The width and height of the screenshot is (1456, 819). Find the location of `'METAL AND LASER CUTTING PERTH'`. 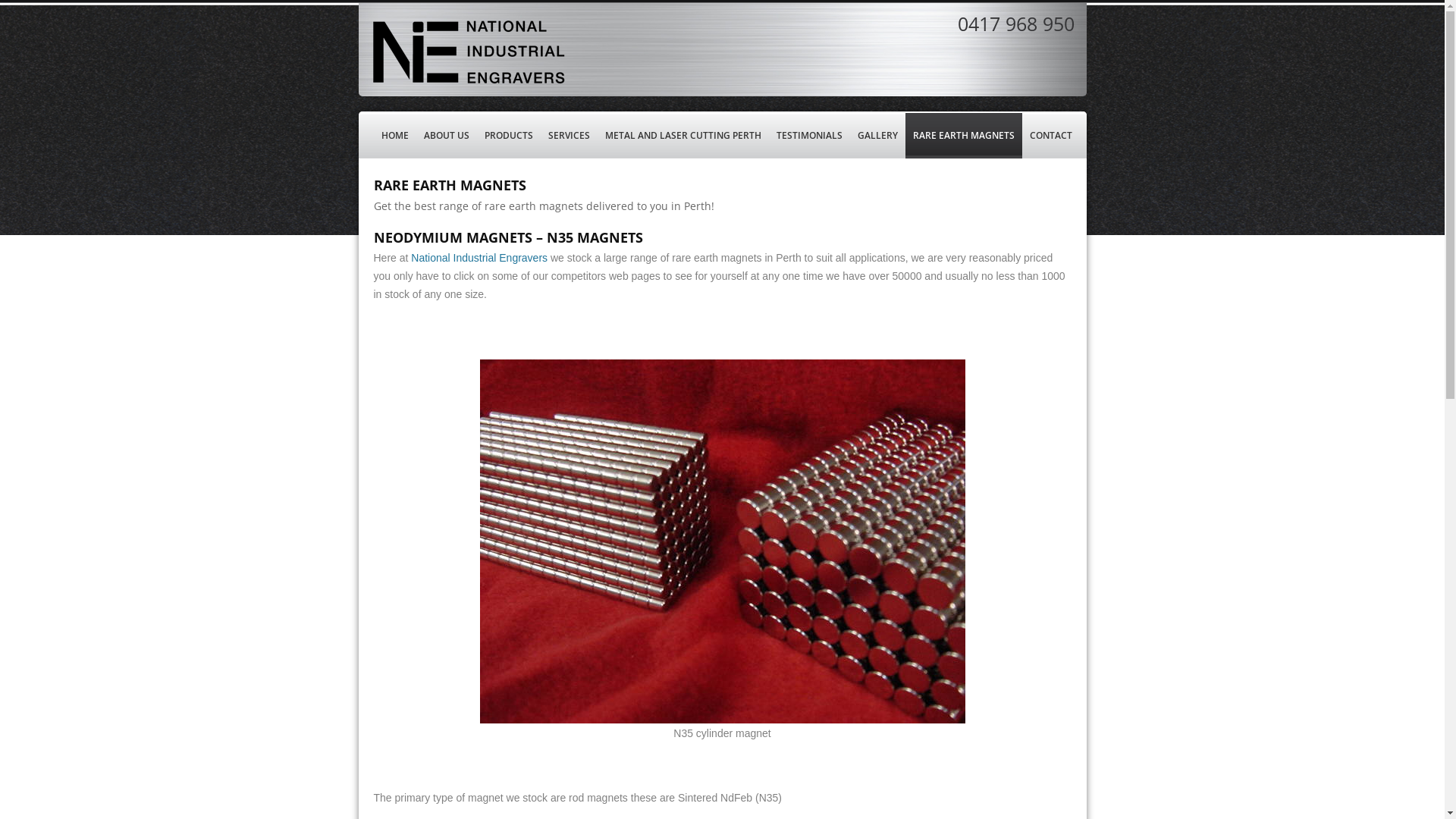

'METAL AND LASER CUTTING PERTH' is located at coordinates (682, 134).